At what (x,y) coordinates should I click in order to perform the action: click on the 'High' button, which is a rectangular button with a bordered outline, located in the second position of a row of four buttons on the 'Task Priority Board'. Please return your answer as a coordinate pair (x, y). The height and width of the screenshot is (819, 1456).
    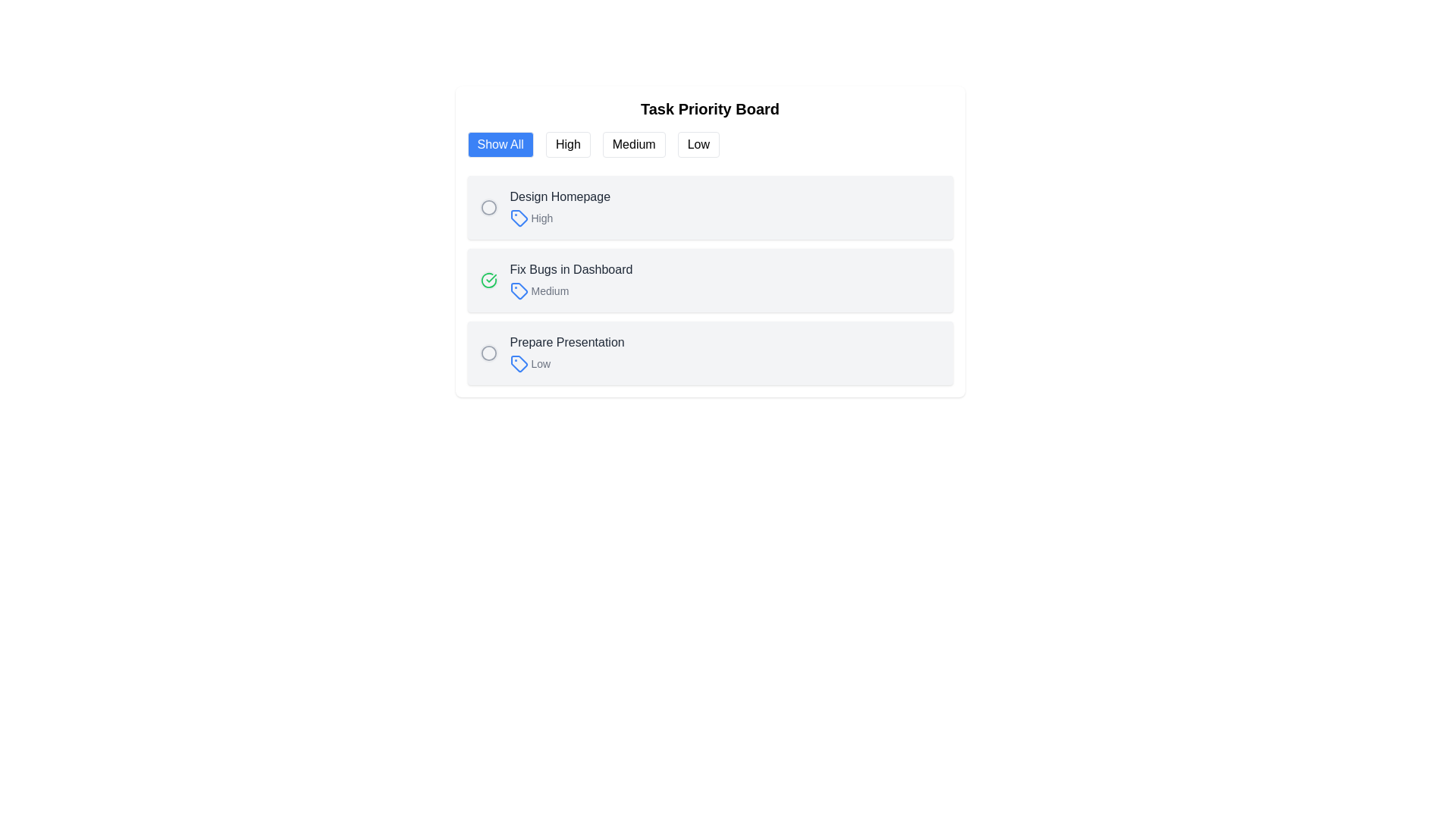
    Looking at the image, I should click on (567, 145).